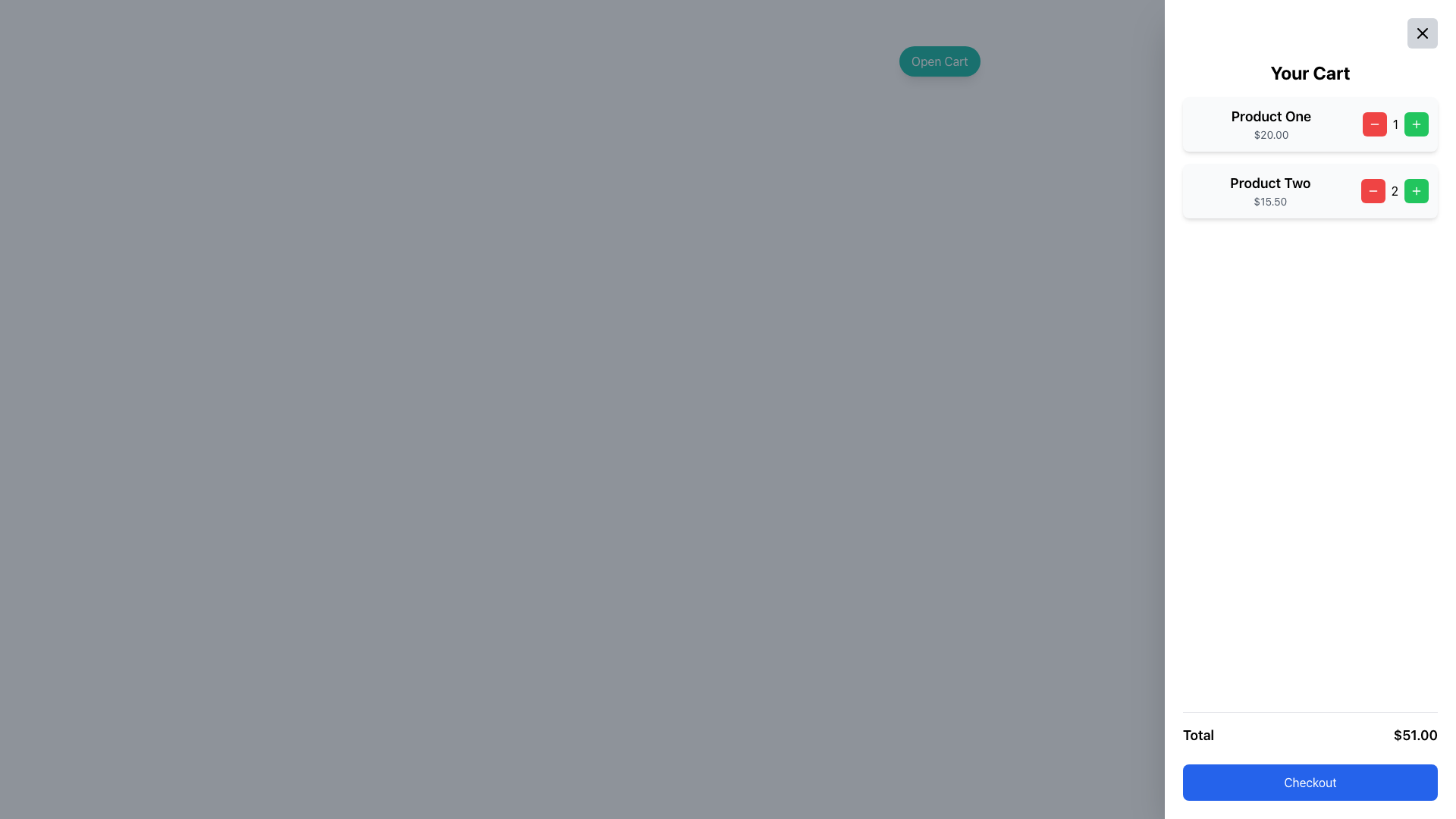 Image resolution: width=1456 pixels, height=819 pixels. I want to click on the '+' button to the right of the quantity indicator in the second row of the shopping cart to increase the product quantity, so click(1415, 124).